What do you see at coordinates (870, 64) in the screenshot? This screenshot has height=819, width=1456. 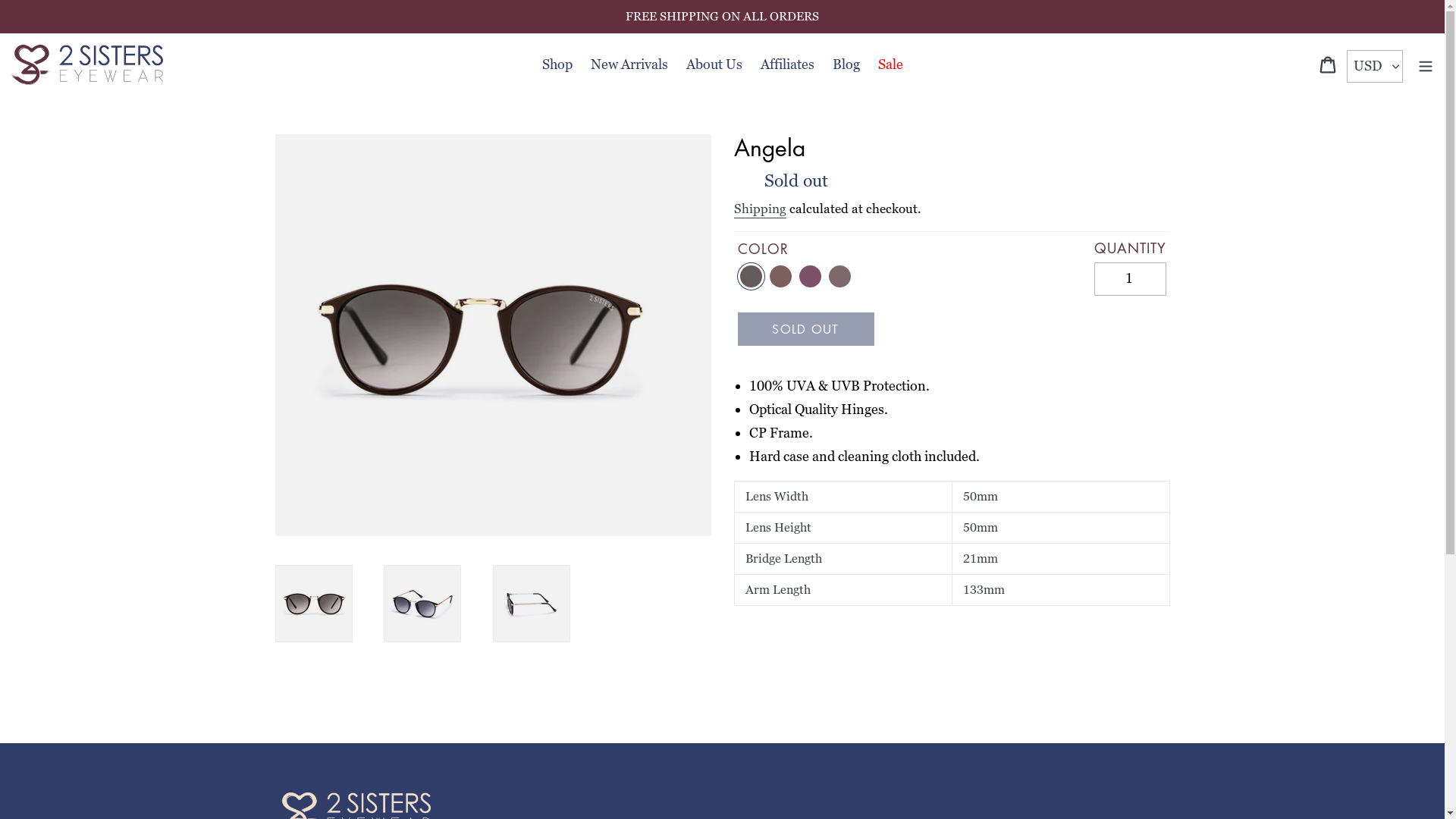 I see `'Sale'` at bounding box center [870, 64].